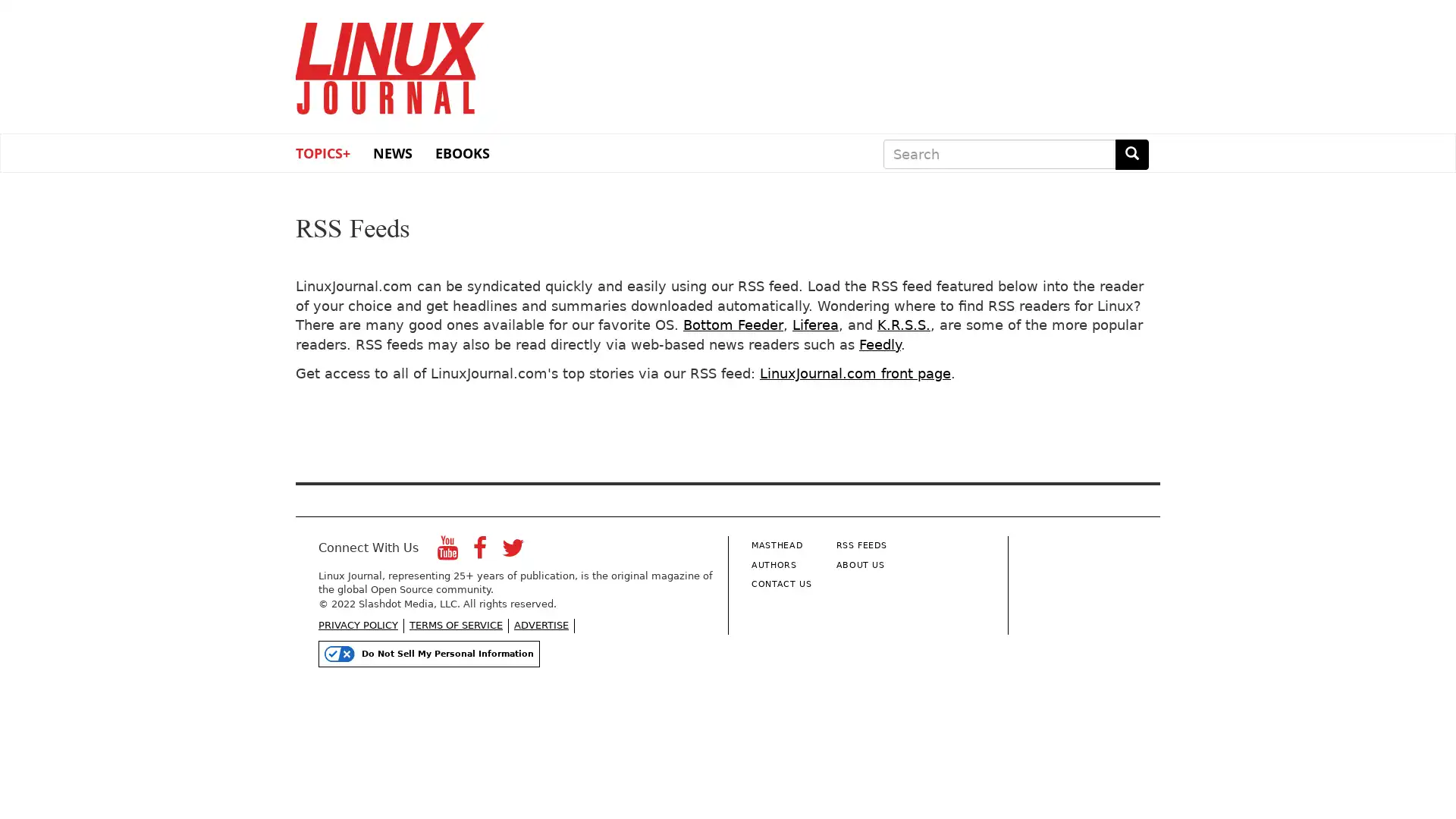 The image size is (1456, 819). I want to click on Search, so click(1131, 154).